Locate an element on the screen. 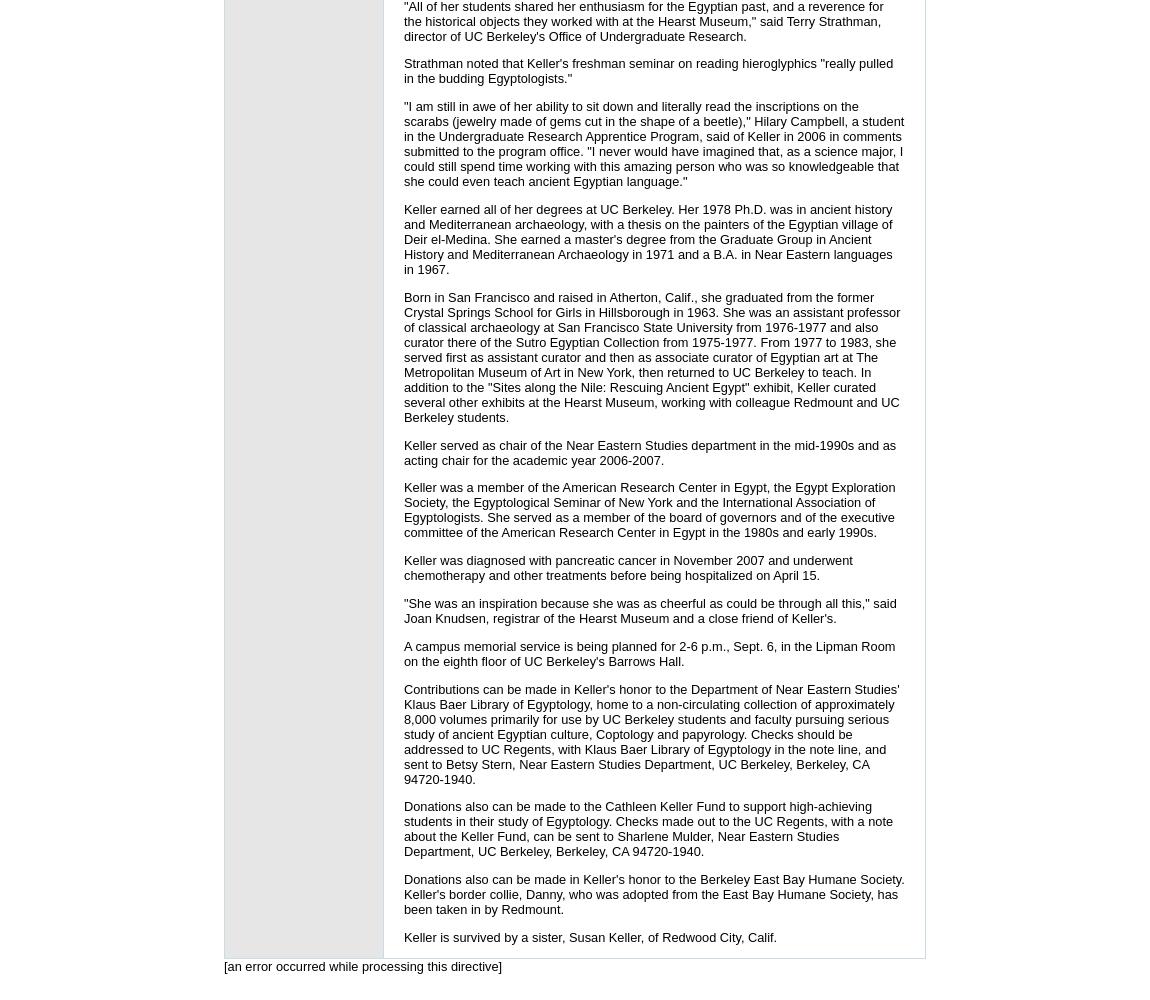  '"I am still in awe of her ability to sit down and literally read the inscriptions on the scarabs (jewelry made of gems cut in the shape of a beetle)," Hilary Campbell, a student in the Undergraduate Research Apprentice Program, said of Keller in 2006 in comments submitted to the program office. "I never would have imagined that, as a science major, I could still spend time working with this amazing person who was so knowledgeable that she could even teach ancient Egyptian language."' is located at coordinates (653, 144).